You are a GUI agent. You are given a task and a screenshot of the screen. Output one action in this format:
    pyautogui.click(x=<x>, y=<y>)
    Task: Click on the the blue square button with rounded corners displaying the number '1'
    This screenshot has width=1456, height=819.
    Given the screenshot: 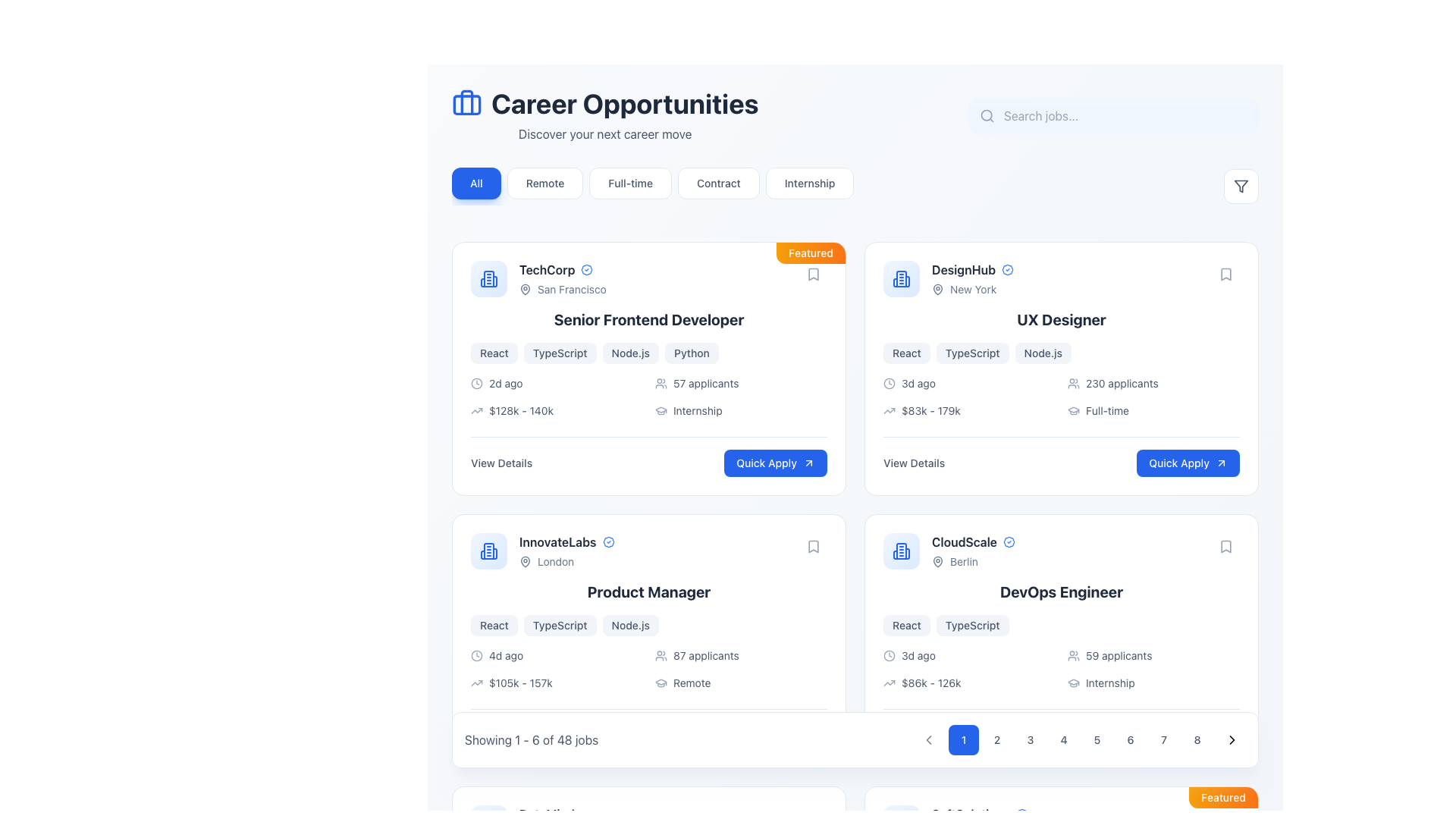 What is the action you would take?
    pyautogui.click(x=963, y=739)
    